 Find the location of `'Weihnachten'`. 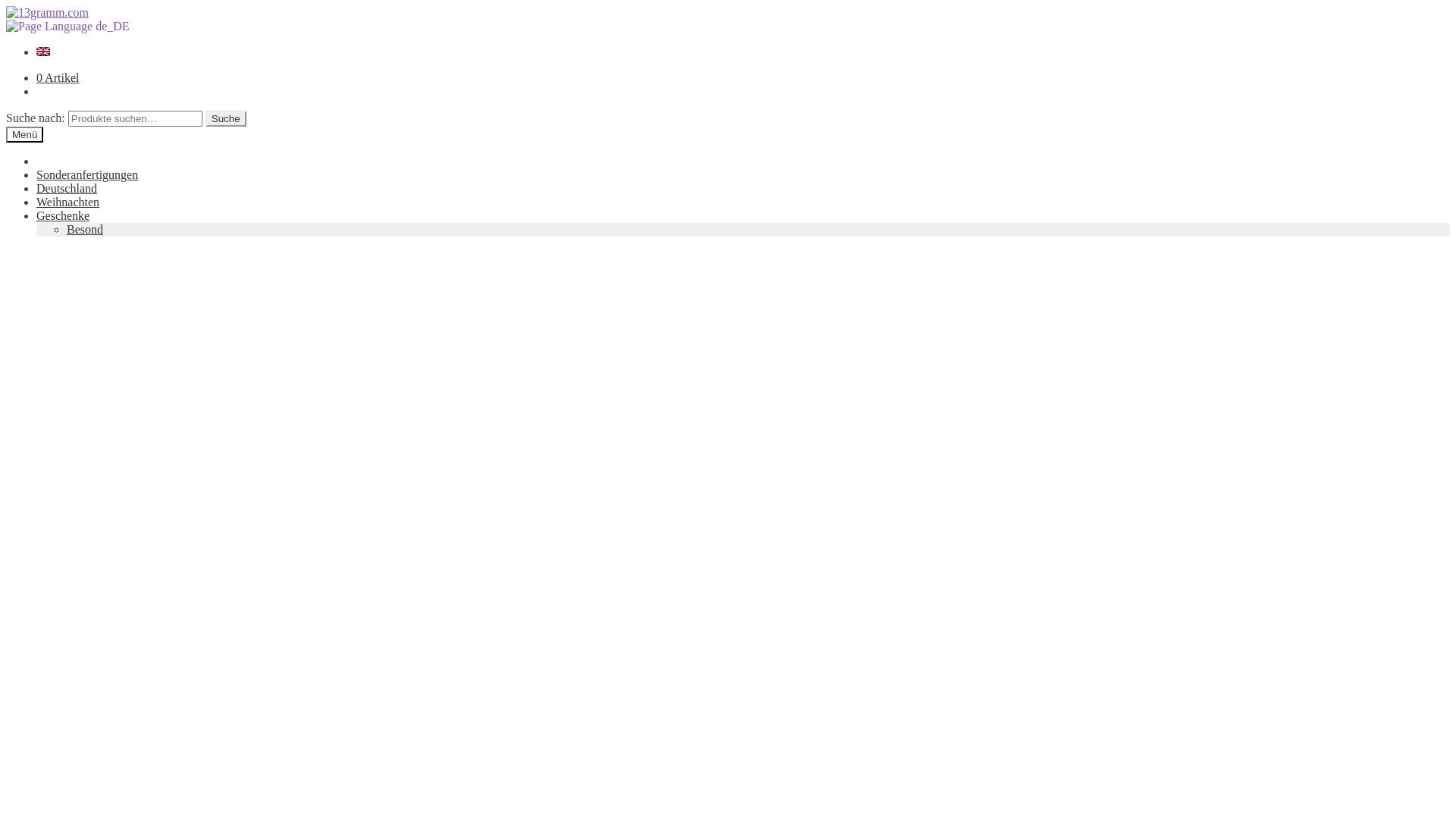

'Weihnachten' is located at coordinates (36, 201).